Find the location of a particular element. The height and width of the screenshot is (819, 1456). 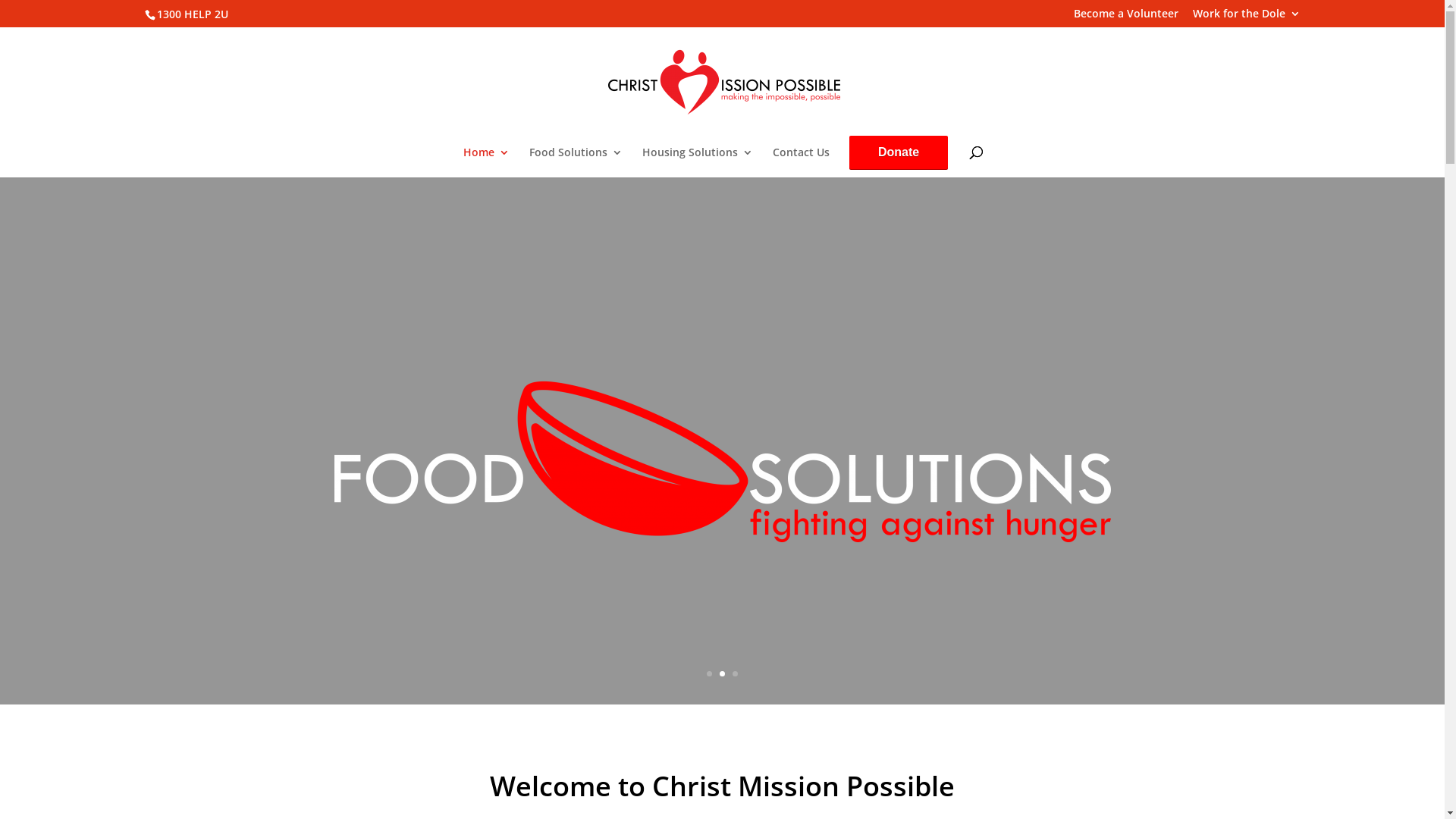

'Home' is located at coordinates (486, 162).